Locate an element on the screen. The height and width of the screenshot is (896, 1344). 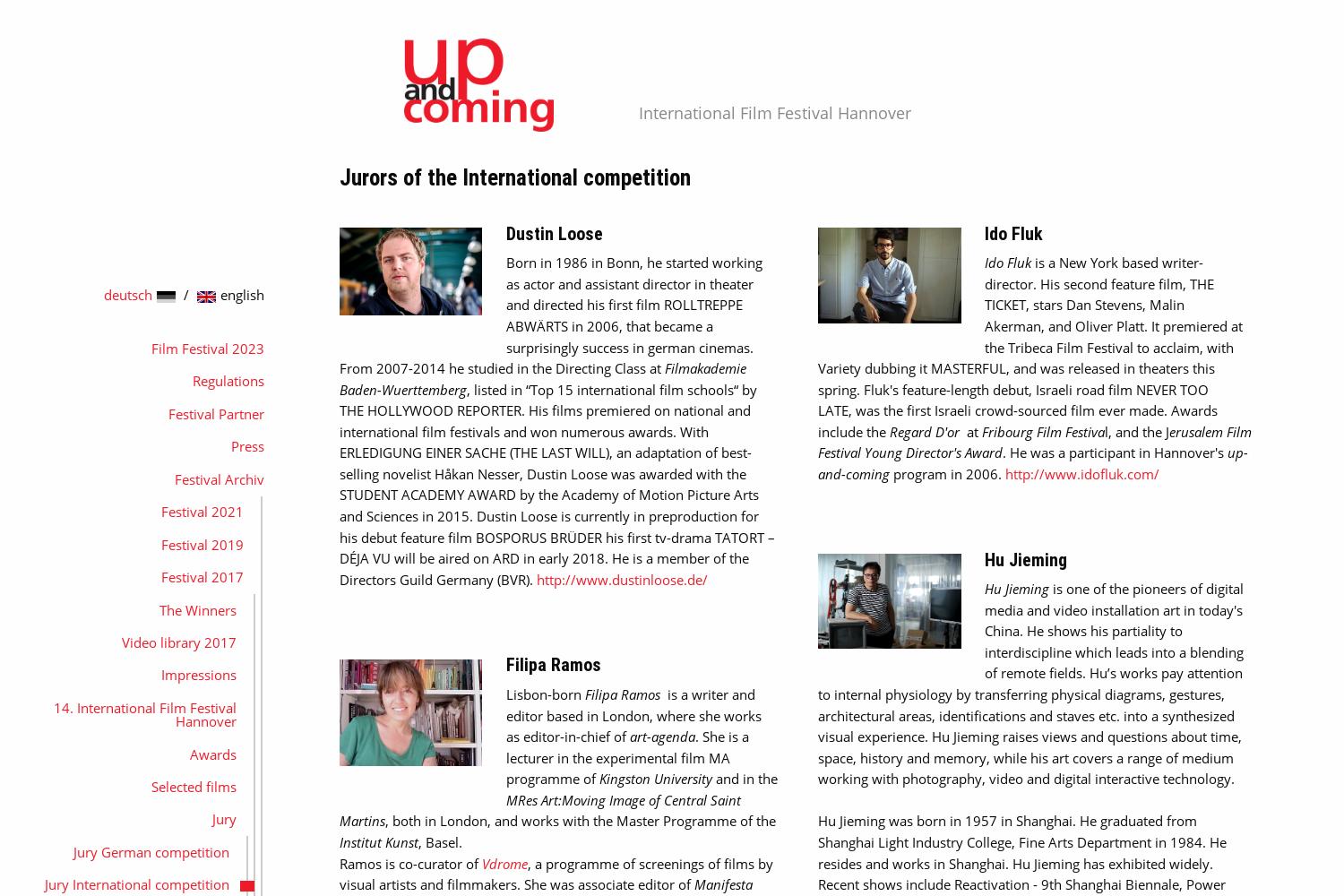
'Festival 2017' is located at coordinates (202, 577).